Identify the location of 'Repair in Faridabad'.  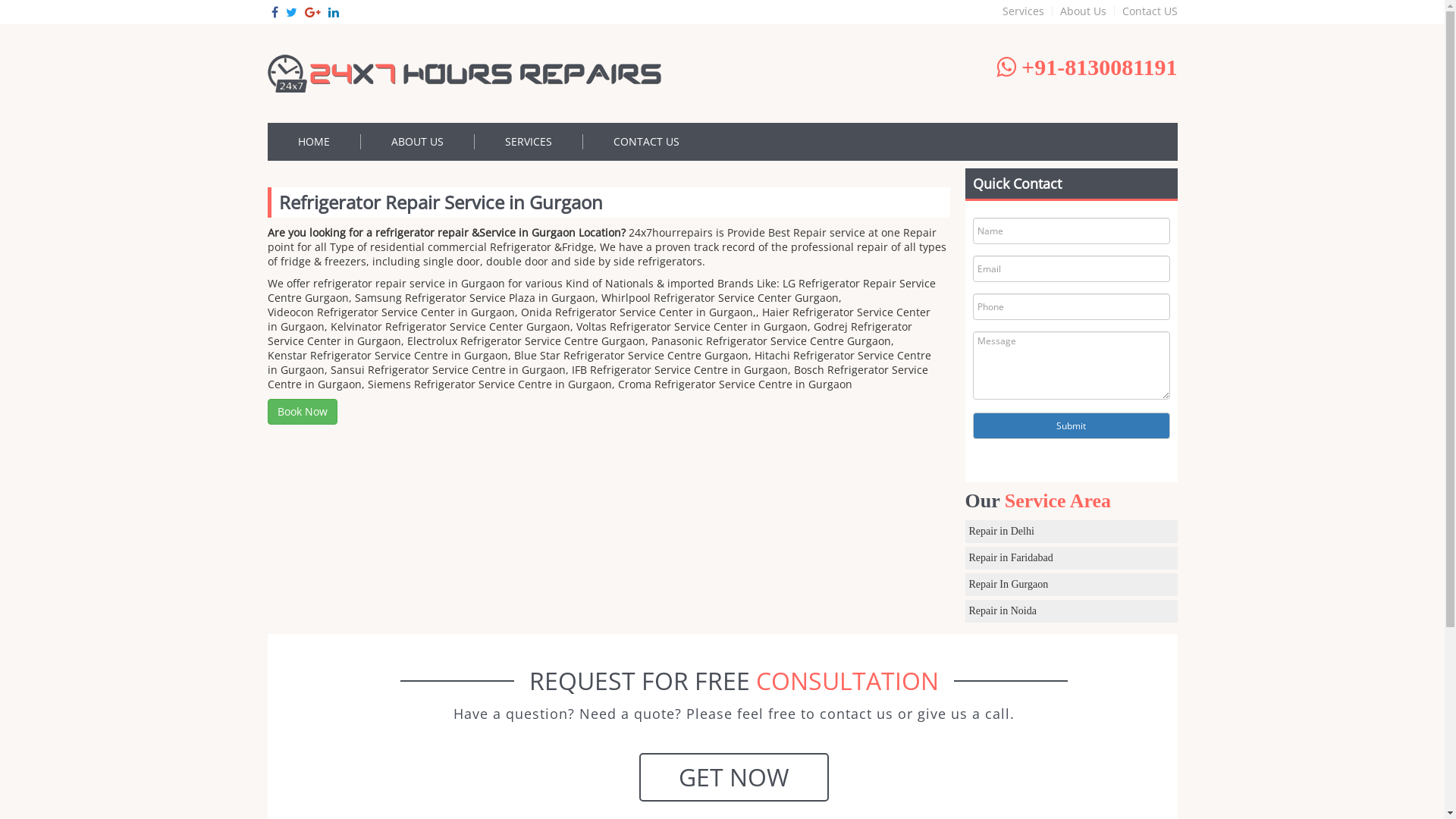
(964, 558).